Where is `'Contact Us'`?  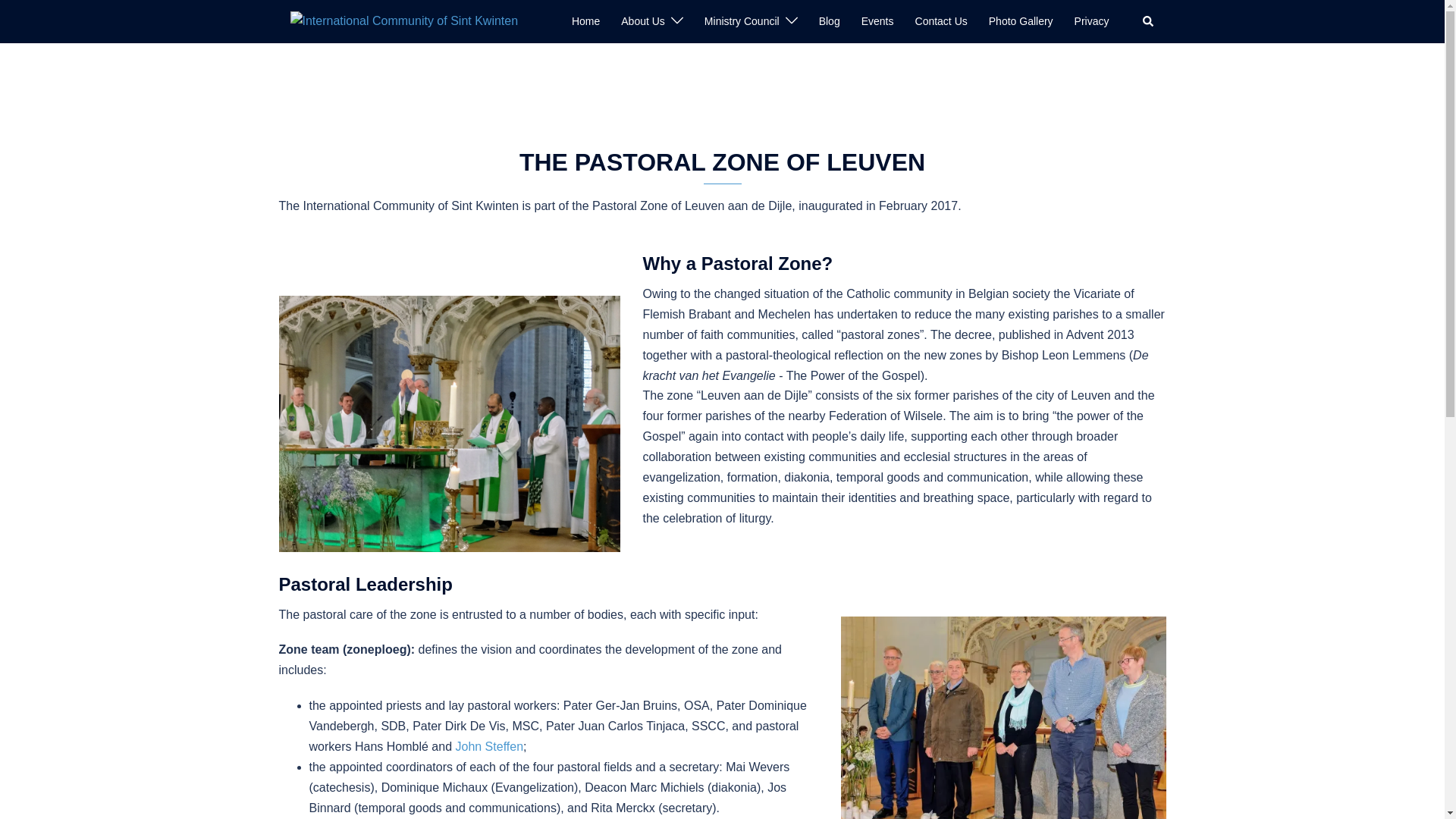
'Contact Us' is located at coordinates (940, 22).